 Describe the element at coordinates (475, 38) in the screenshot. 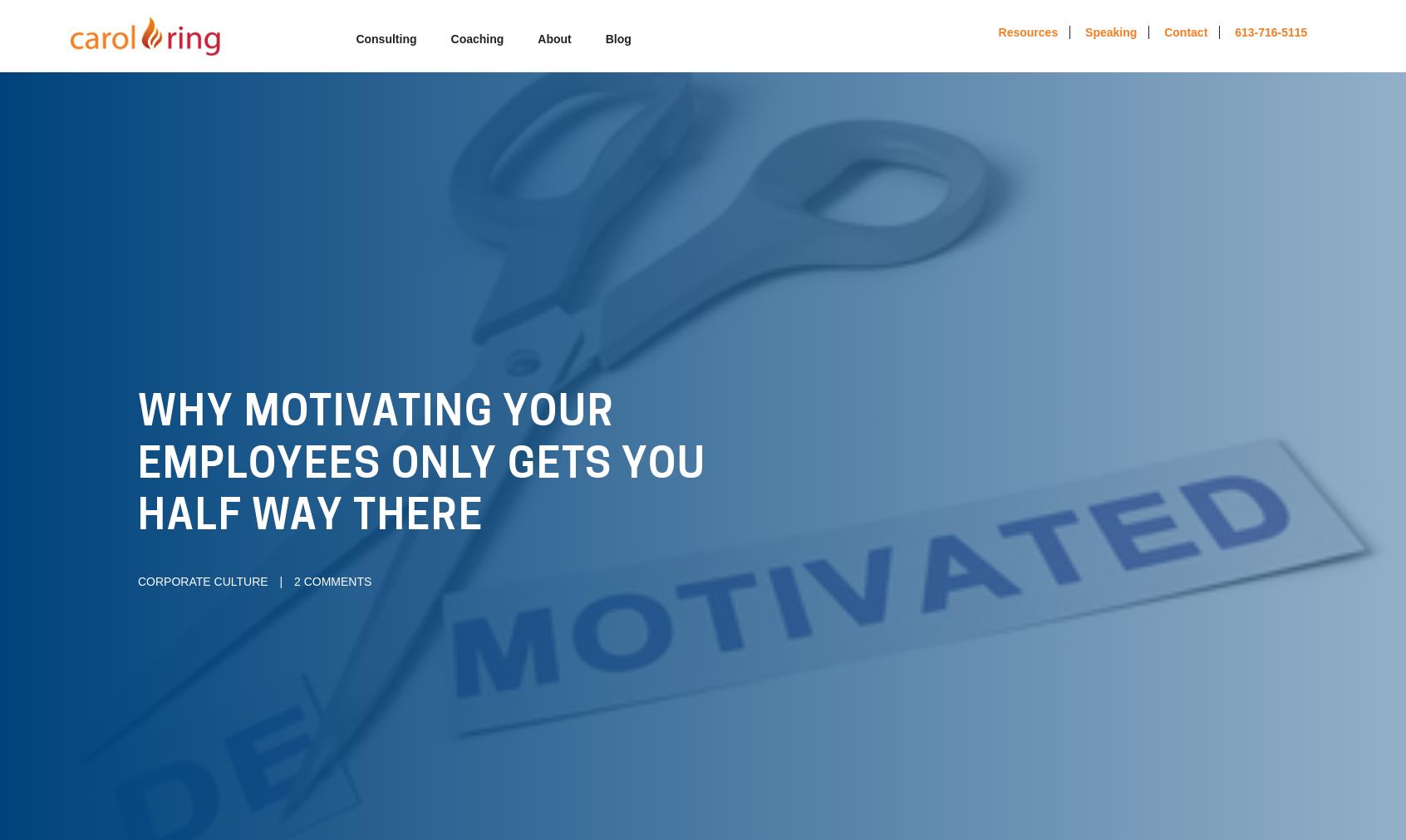

I see `'Coaching'` at that location.